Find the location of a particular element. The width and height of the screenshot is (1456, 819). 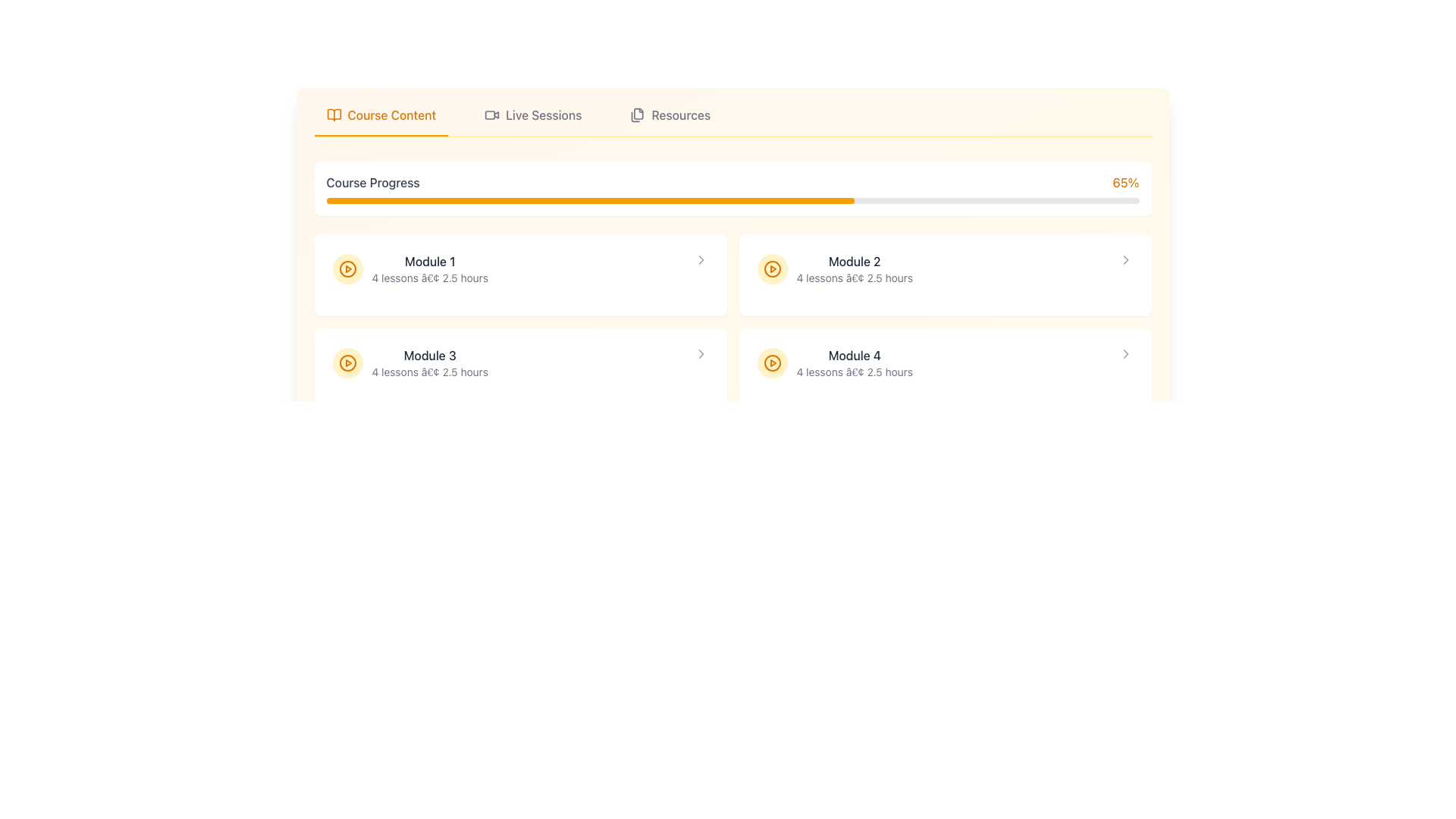

the text label that provides information about the number of lessons and total duration of the module, located in the third module card under 'Module 3' is located at coordinates (429, 372).